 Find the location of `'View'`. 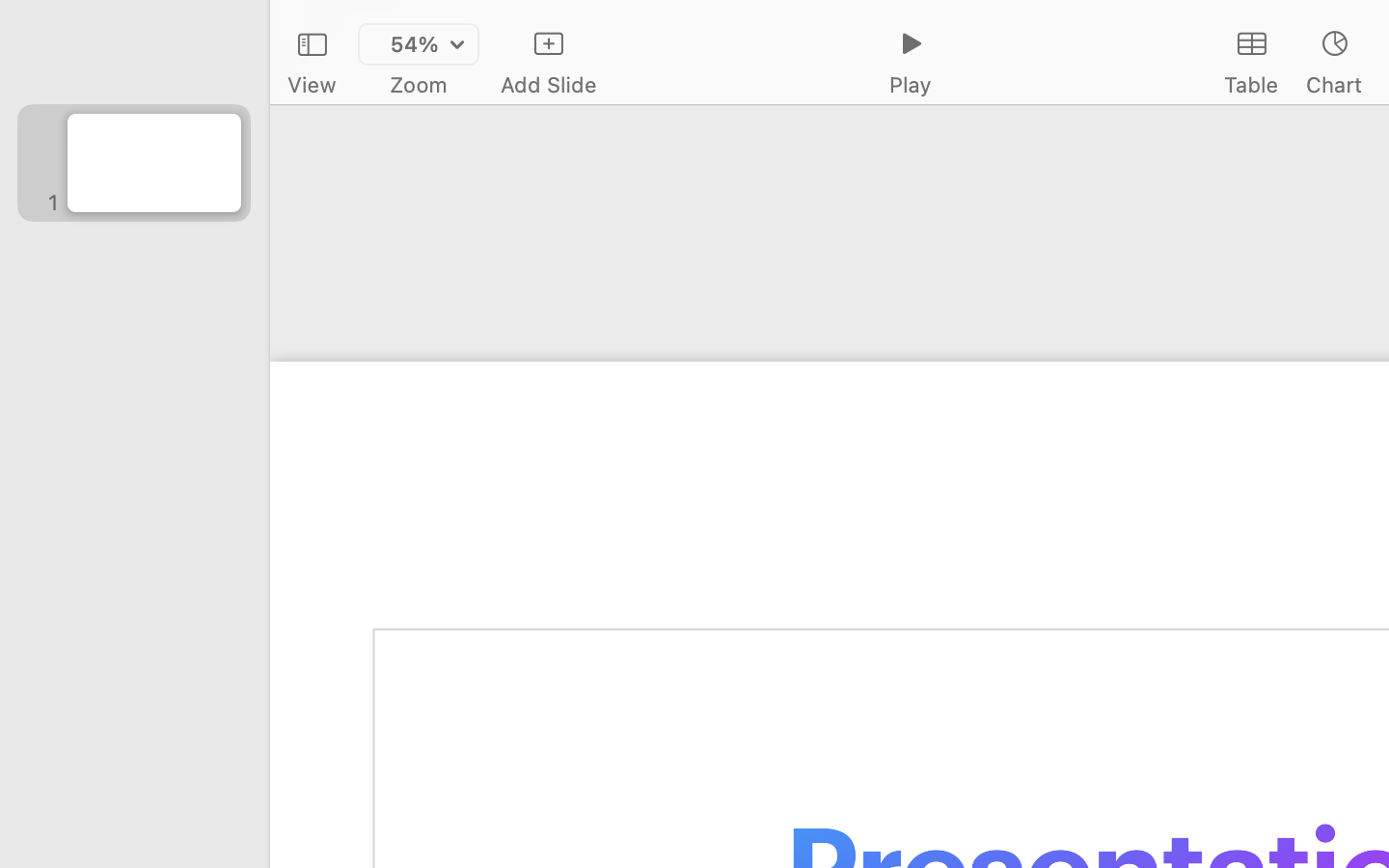

'View' is located at coordinates (311, 84).